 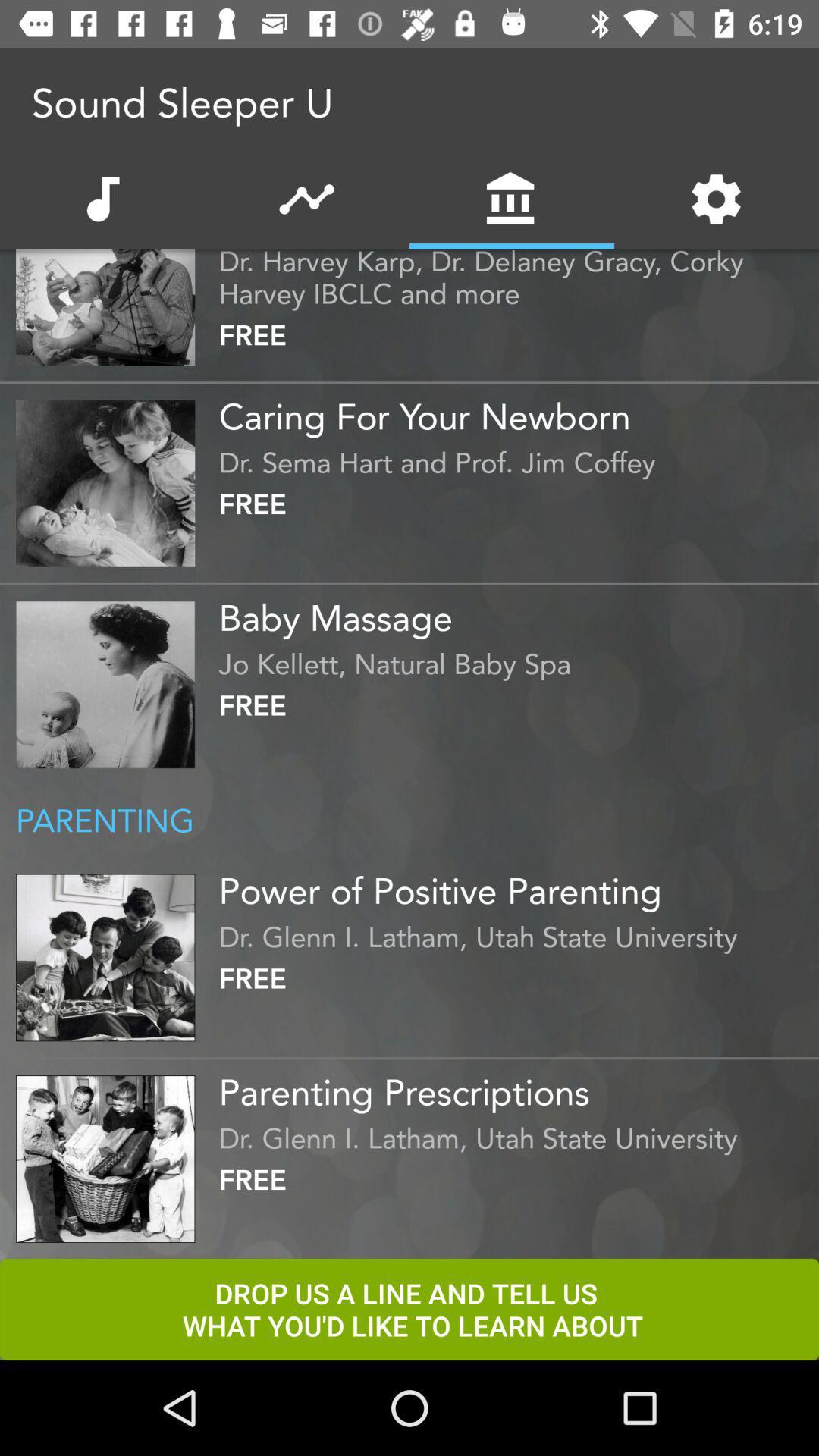 I want to click on icon below free icon, so click(x=514, y=411).